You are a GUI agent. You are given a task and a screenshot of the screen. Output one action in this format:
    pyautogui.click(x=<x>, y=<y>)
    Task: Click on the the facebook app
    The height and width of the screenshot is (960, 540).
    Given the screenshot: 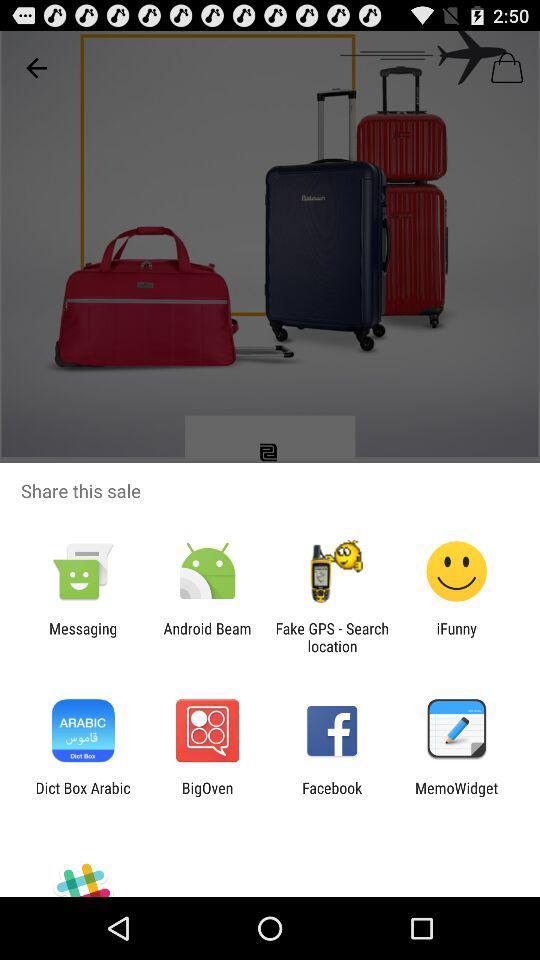 What is the action you would take?
    pyautogui.click(x=332, y=796)
    